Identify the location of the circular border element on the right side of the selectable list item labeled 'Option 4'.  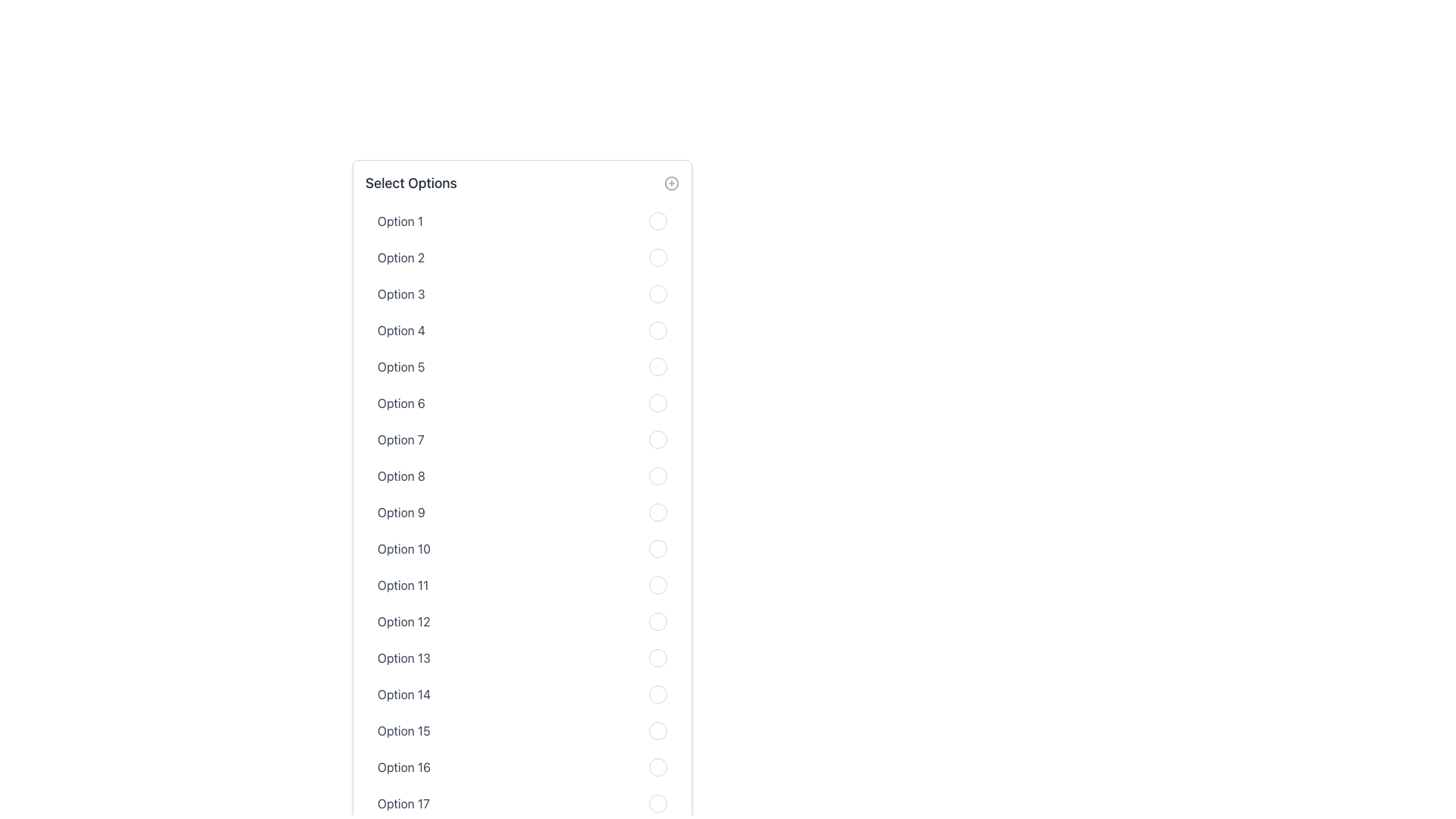
(522, 329).